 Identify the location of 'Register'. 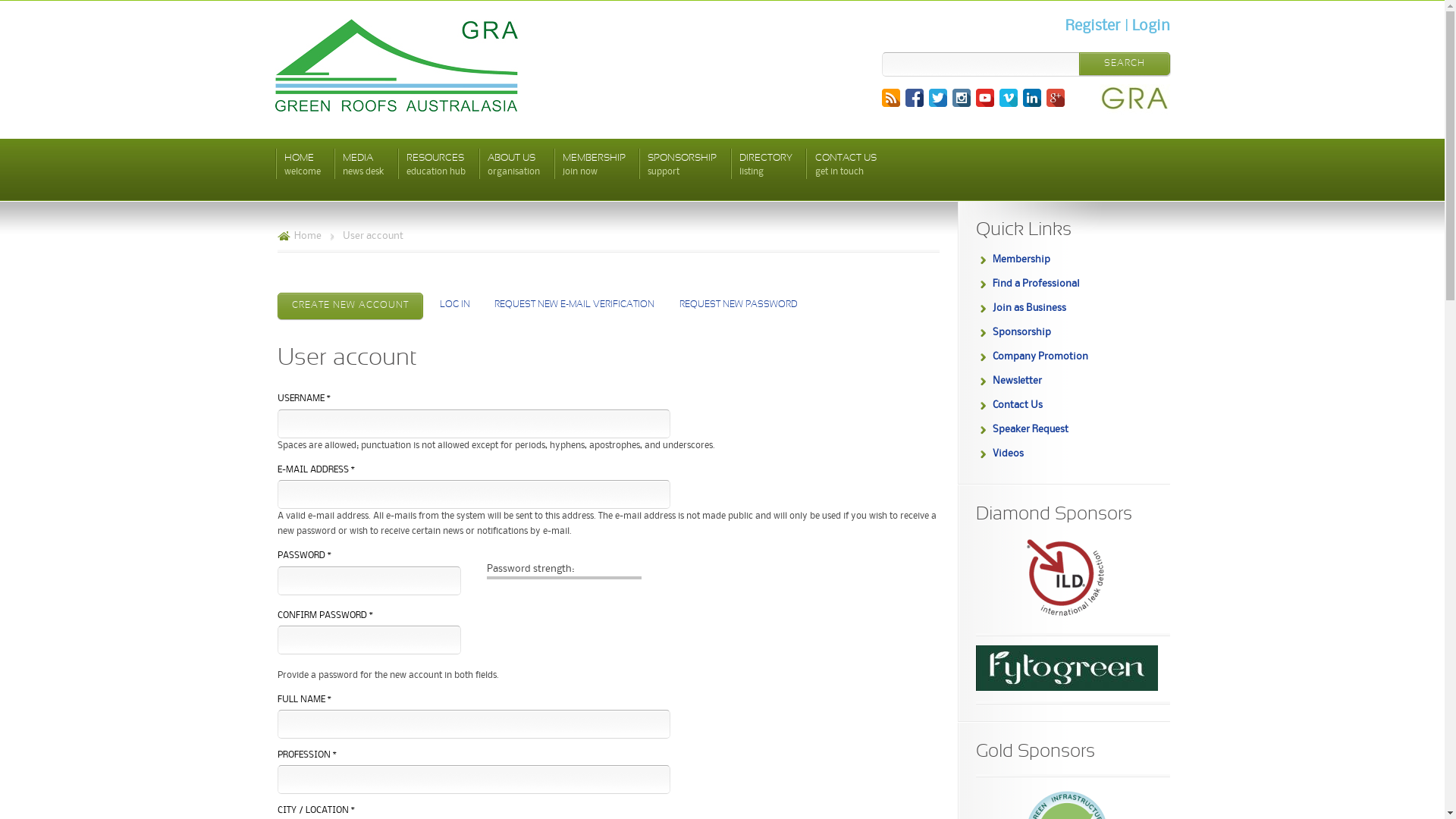
(1092, 26).